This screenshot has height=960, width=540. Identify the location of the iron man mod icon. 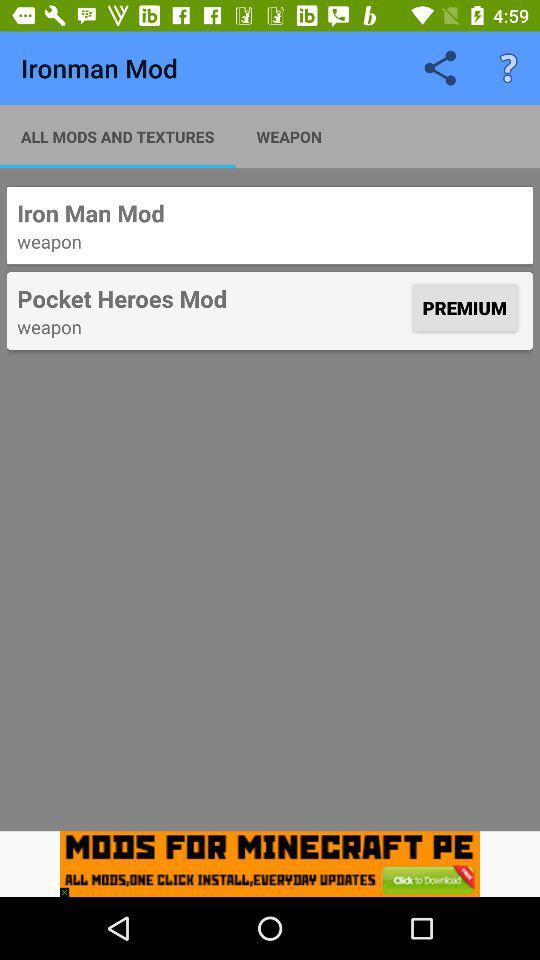
(270, 213).